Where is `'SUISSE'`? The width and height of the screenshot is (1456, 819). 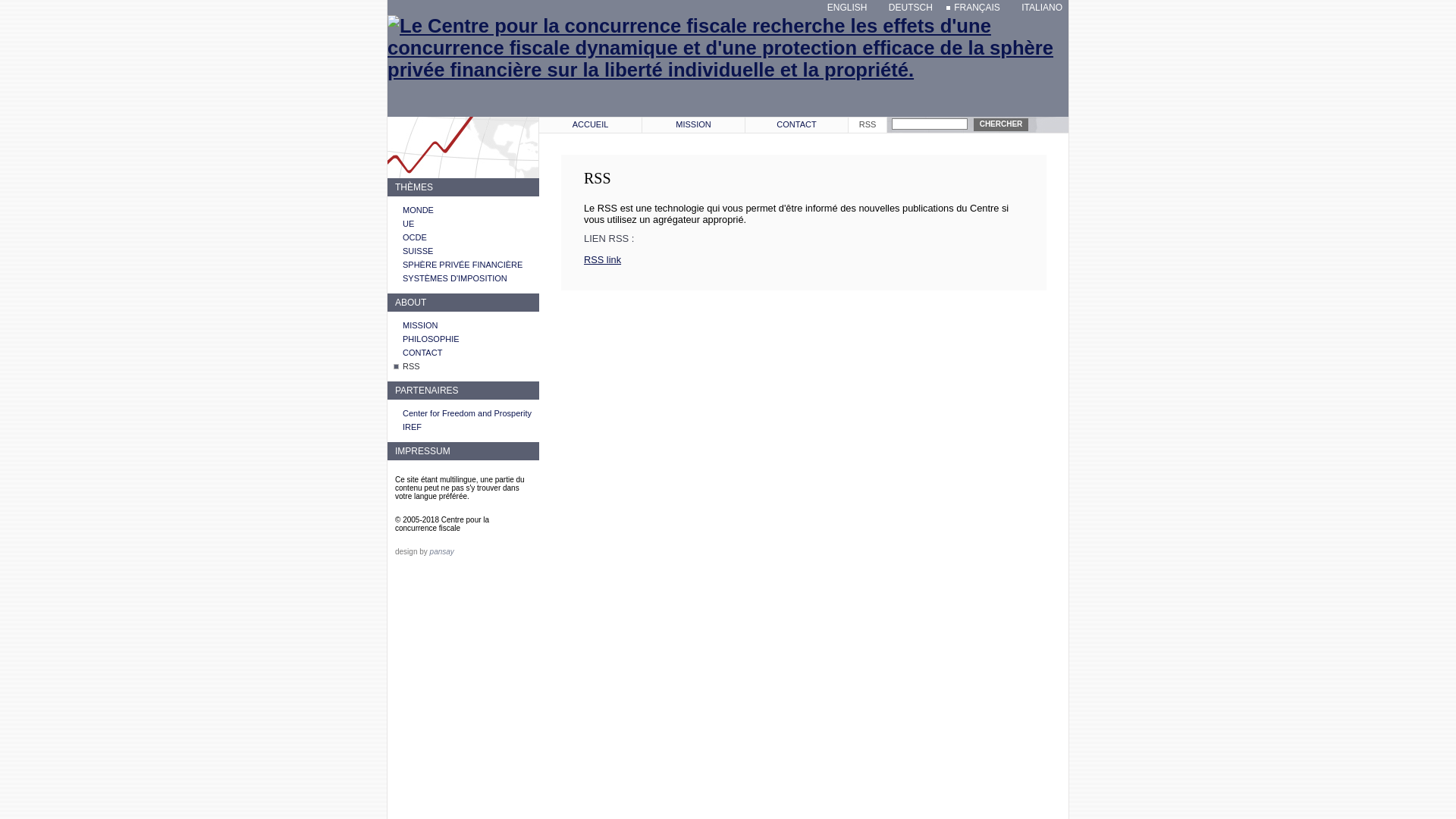 'SUISSE' is located at coordinates (418, 250).